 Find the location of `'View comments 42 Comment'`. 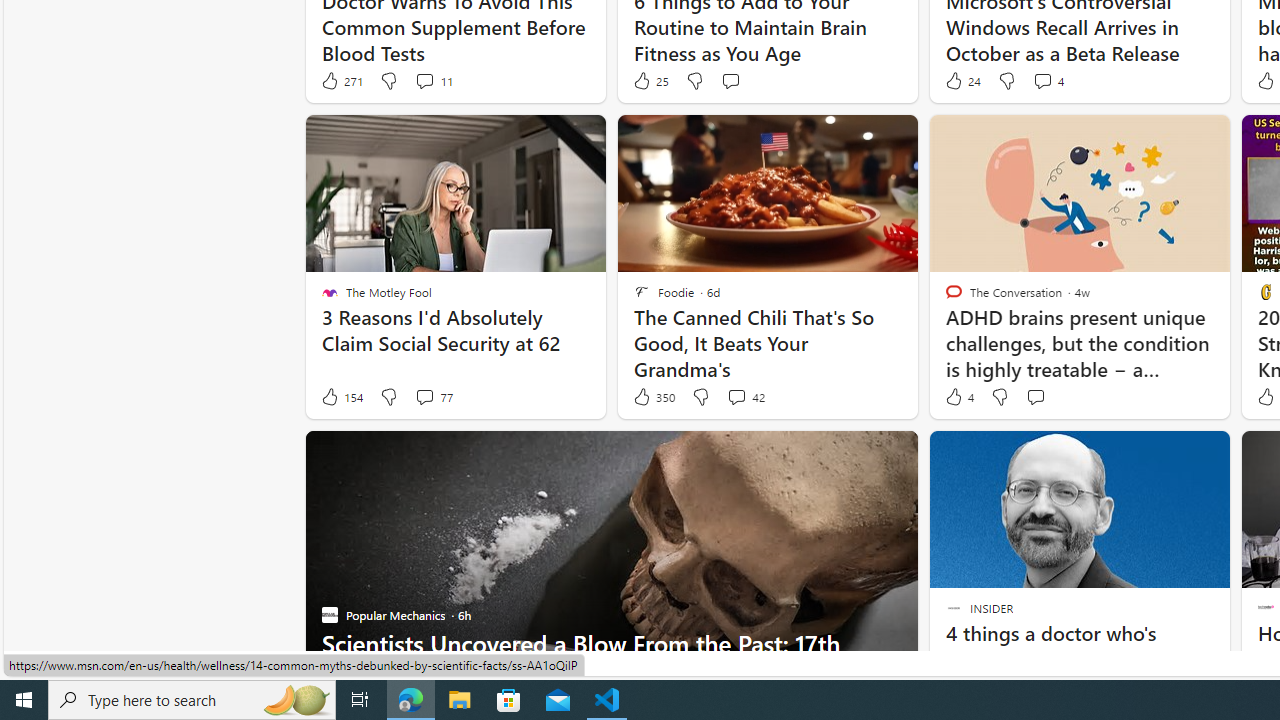

'View comments 42 Comment' is located at coordinates (744, 397).